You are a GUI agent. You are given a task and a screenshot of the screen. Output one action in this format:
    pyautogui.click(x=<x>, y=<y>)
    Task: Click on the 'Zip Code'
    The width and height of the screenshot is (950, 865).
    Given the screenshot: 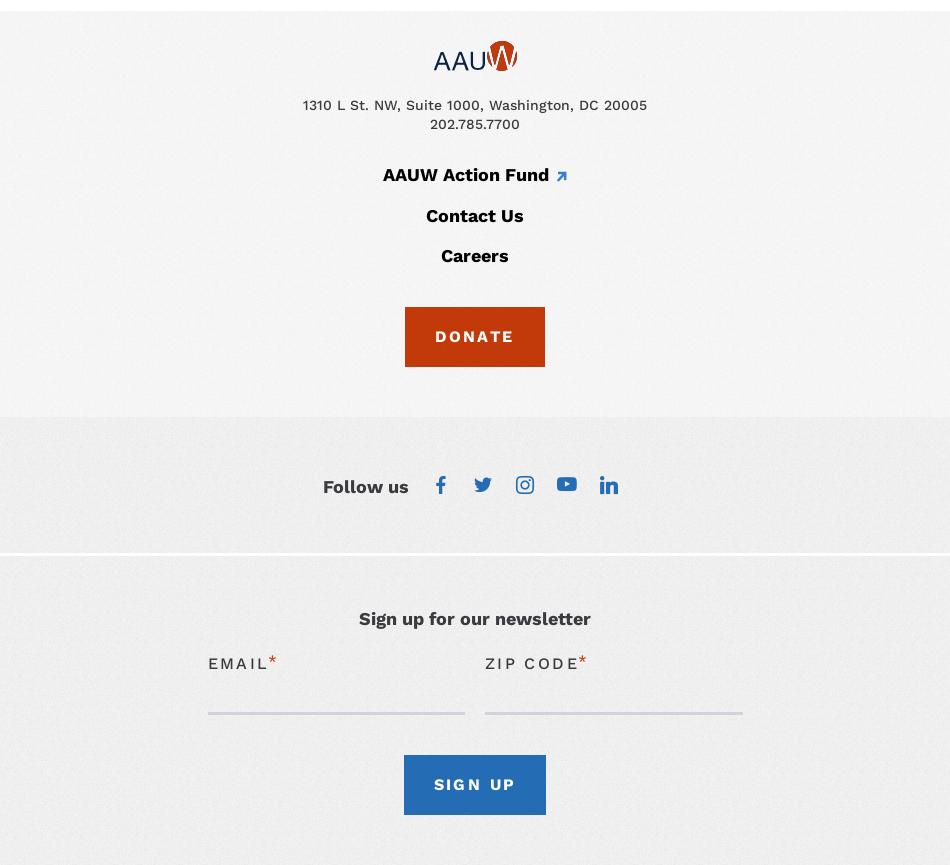 What is the action you would take?
    pyautogui.click(x=532, y=663)
    